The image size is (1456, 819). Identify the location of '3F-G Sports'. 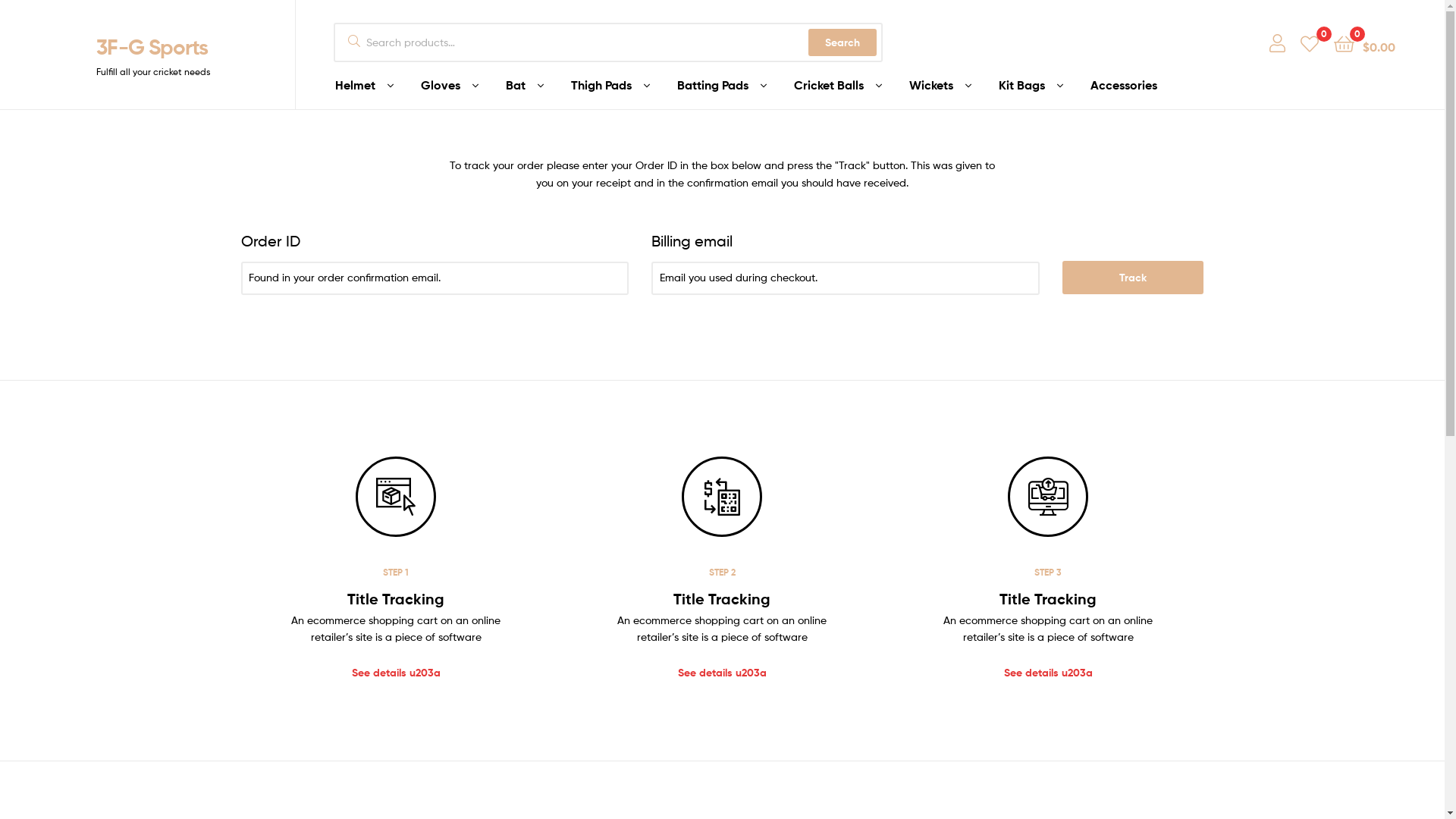
(151, 45).